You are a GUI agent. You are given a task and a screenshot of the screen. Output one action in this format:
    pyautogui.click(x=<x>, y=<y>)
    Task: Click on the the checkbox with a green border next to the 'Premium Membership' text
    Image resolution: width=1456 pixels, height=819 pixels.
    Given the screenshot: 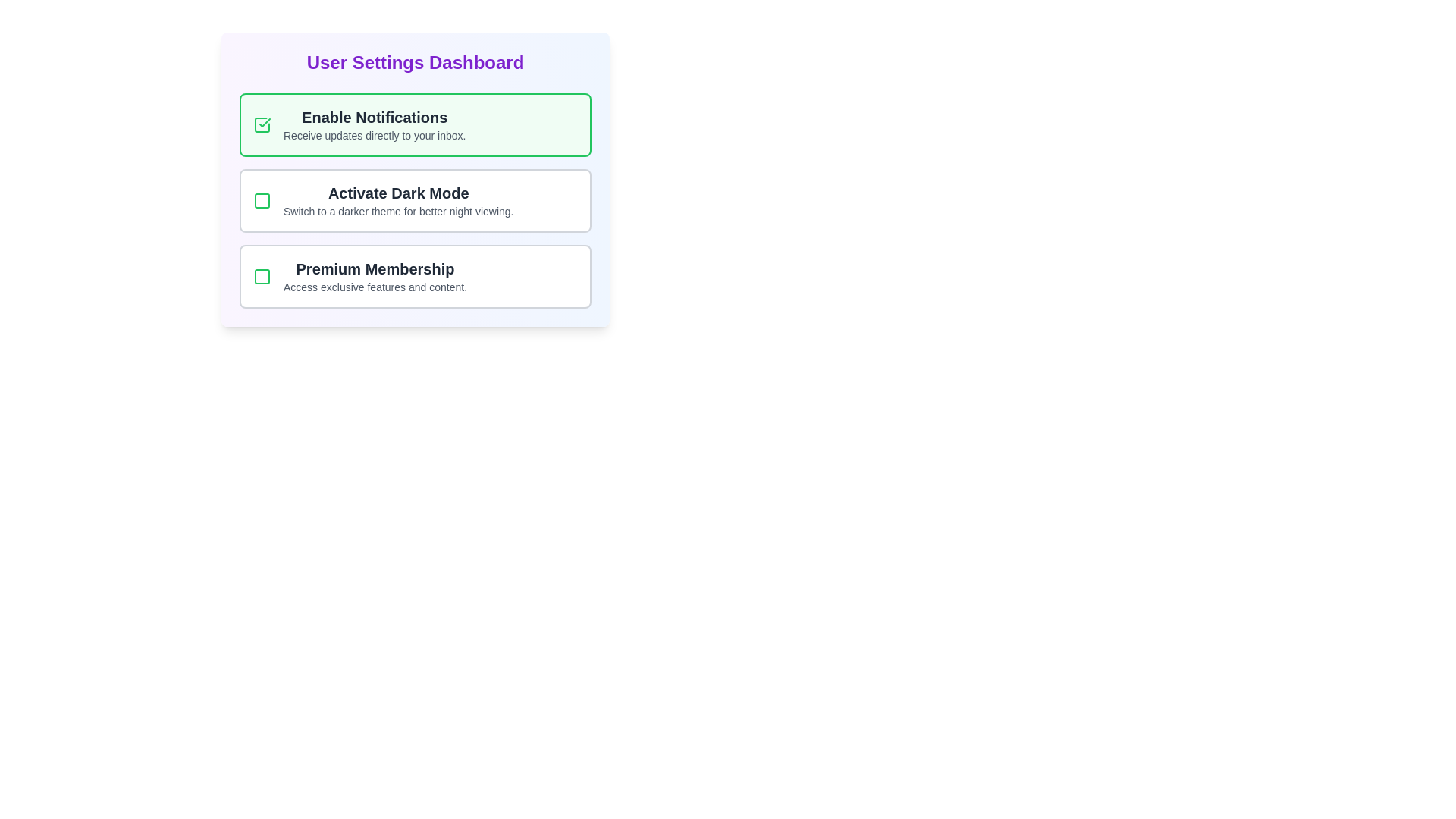 What is the action you would take?
    pyautogui.click(x=262, y=277)
    